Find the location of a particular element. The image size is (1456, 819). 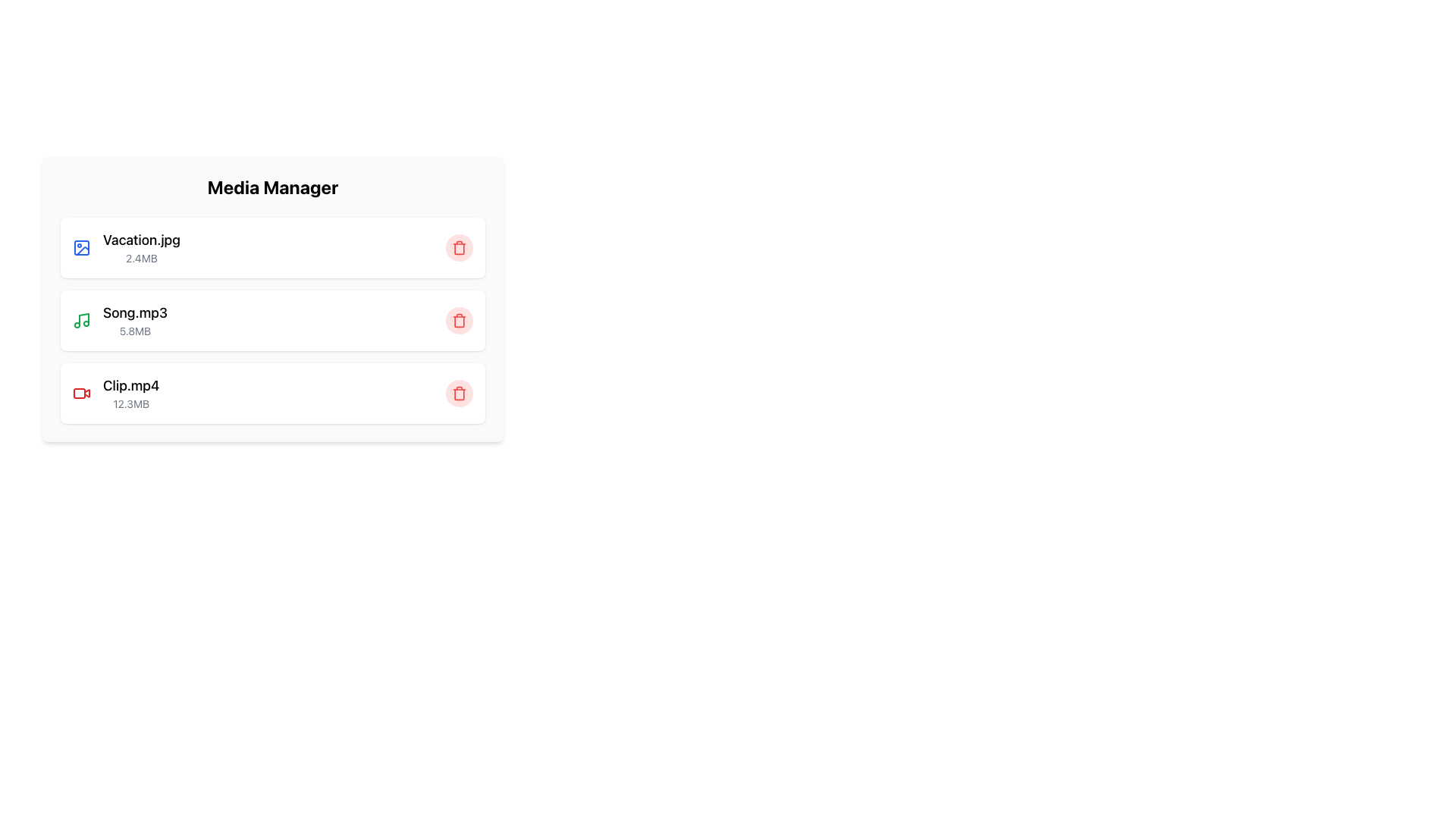

the red button in the bottom right corner of the 'Clip.mp4' entry in the 'Media Manager' pane is located at coordinates (79, 393).